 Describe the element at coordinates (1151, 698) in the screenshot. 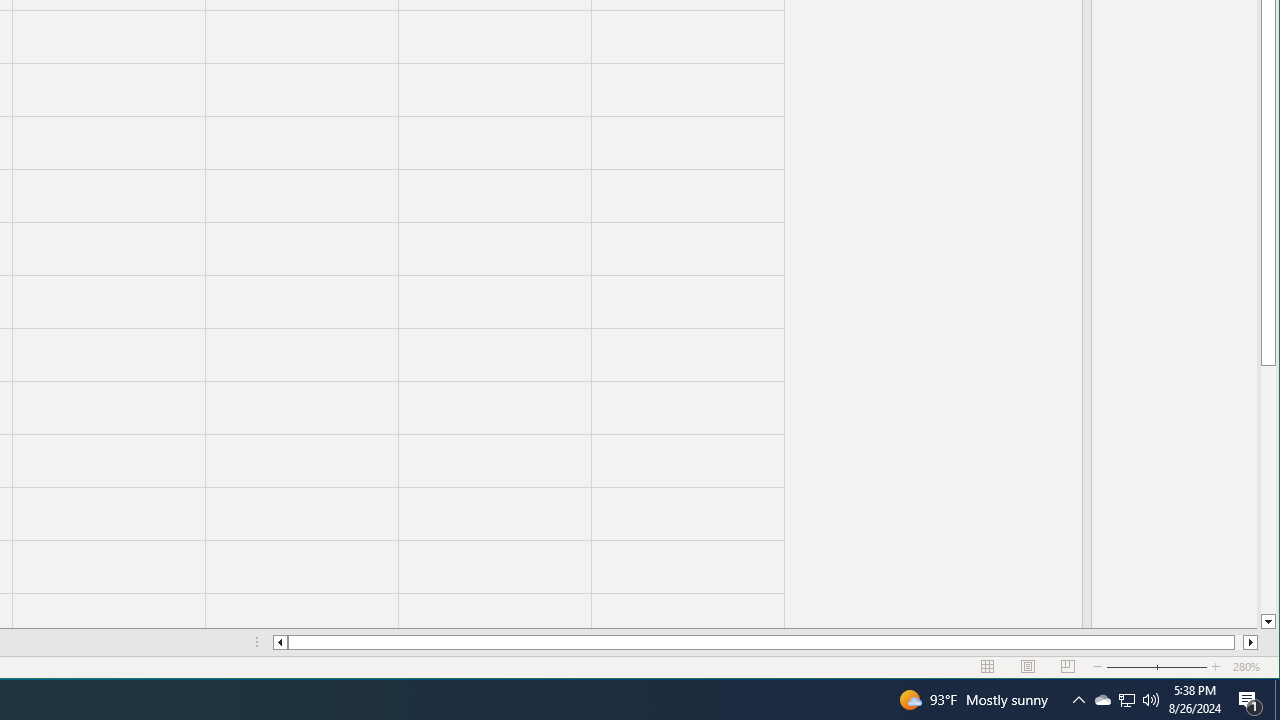

I see `'Q2790: 100%'` at that location.